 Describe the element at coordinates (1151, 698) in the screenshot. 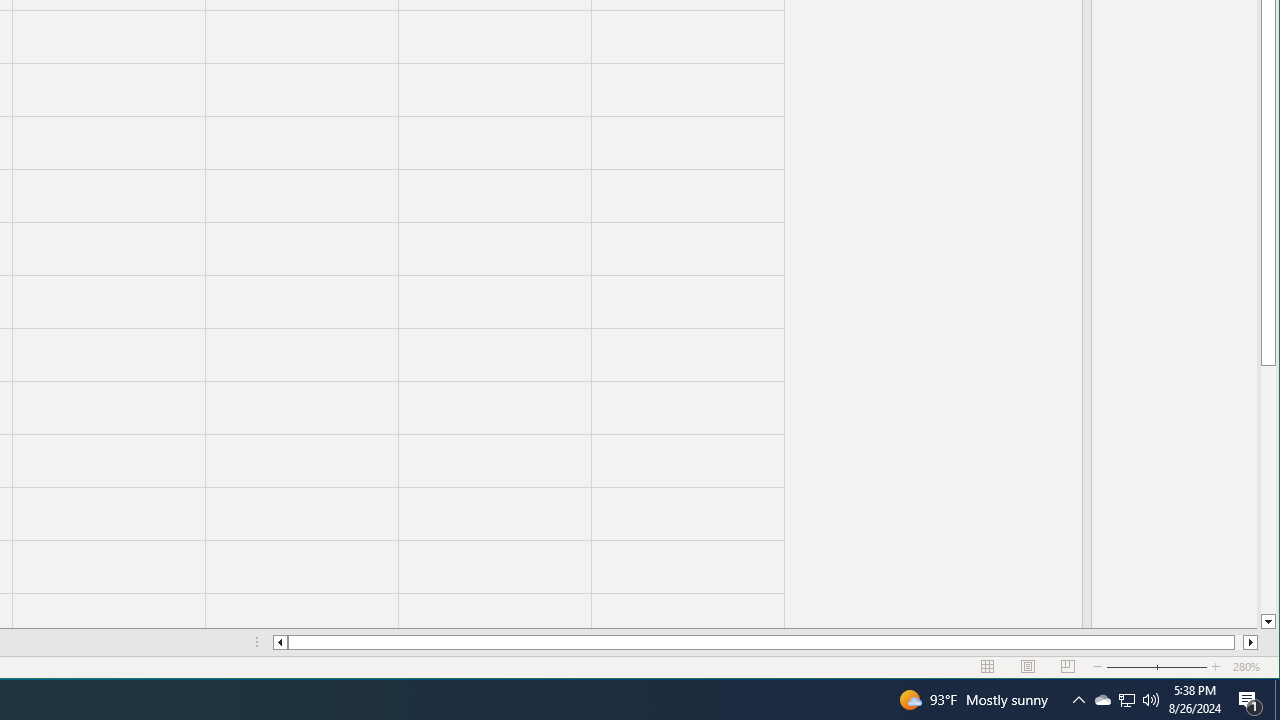

I see `'Q2790: 100%'` at that location.